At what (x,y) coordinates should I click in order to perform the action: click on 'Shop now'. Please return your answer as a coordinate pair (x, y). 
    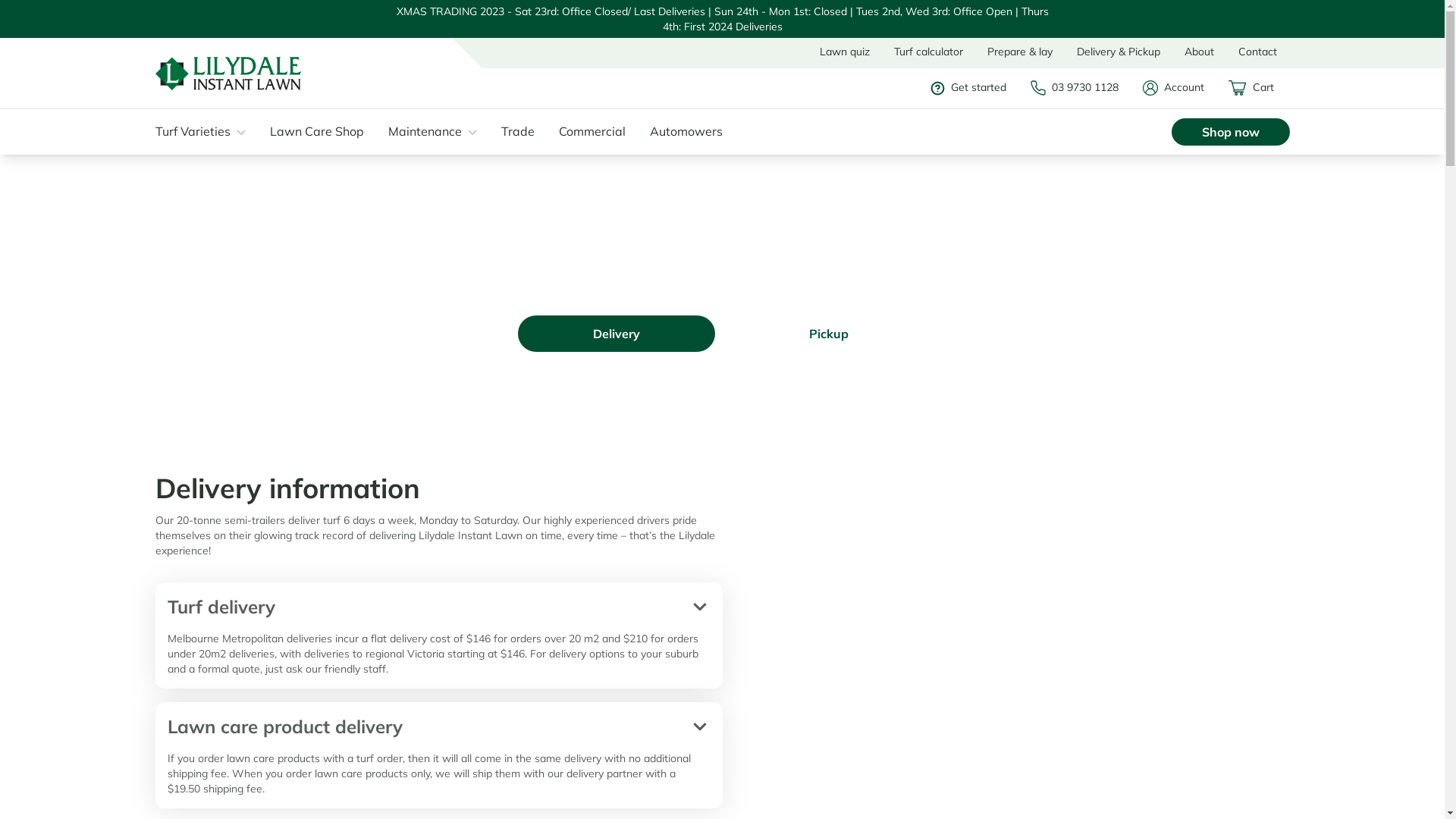
    Looking at the image, I should click on (1230, 130).